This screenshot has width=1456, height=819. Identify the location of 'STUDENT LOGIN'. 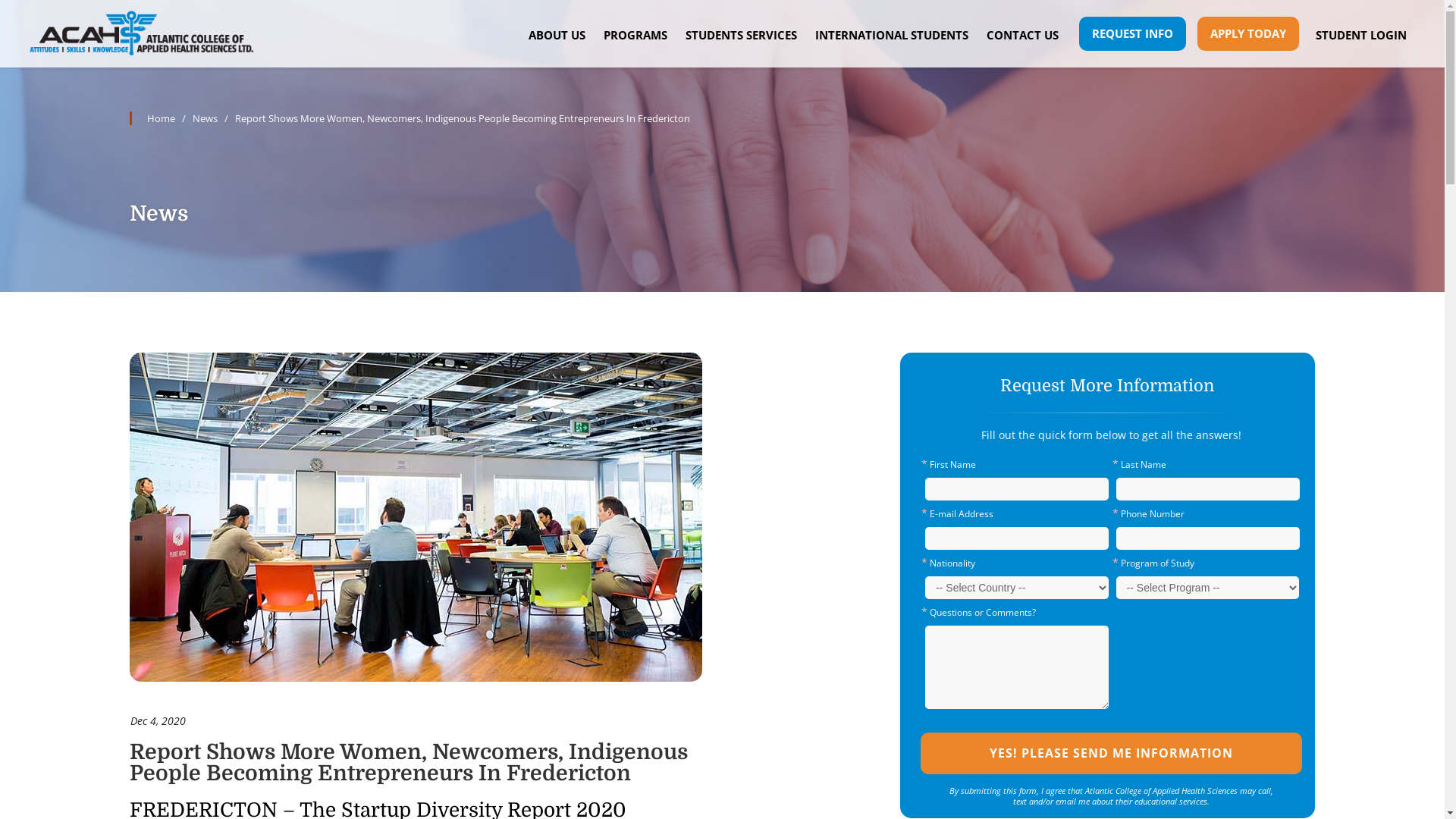
(1361, 34).